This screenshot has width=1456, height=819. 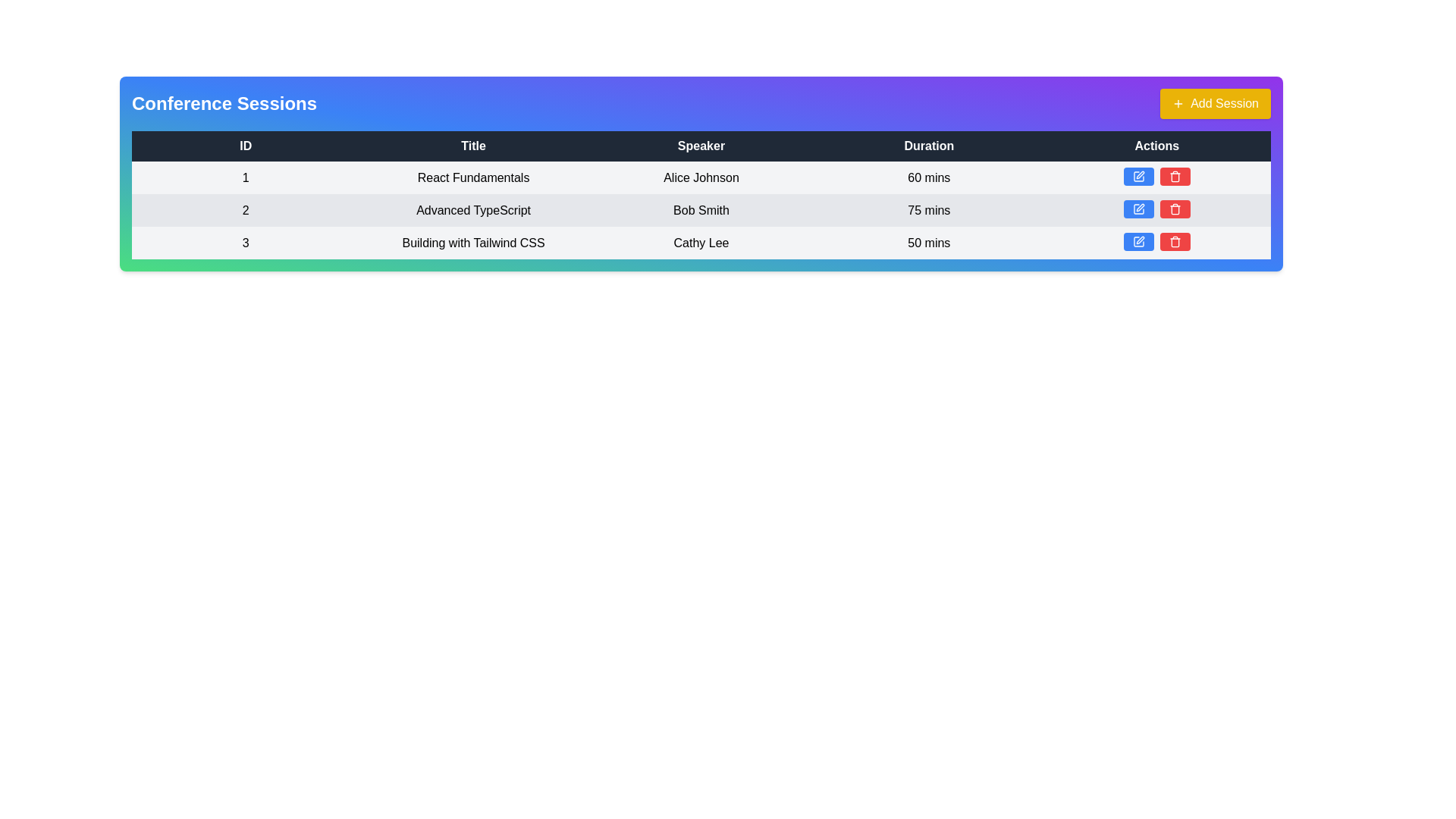 What do you see at coordinates (246, 177) in the screenshot?
I see `the table cell displaying the numeral '1' located in the first column of the first data row under the 'ID' header in the 'Conference Sessions' table` at bounding box center [246, 177].